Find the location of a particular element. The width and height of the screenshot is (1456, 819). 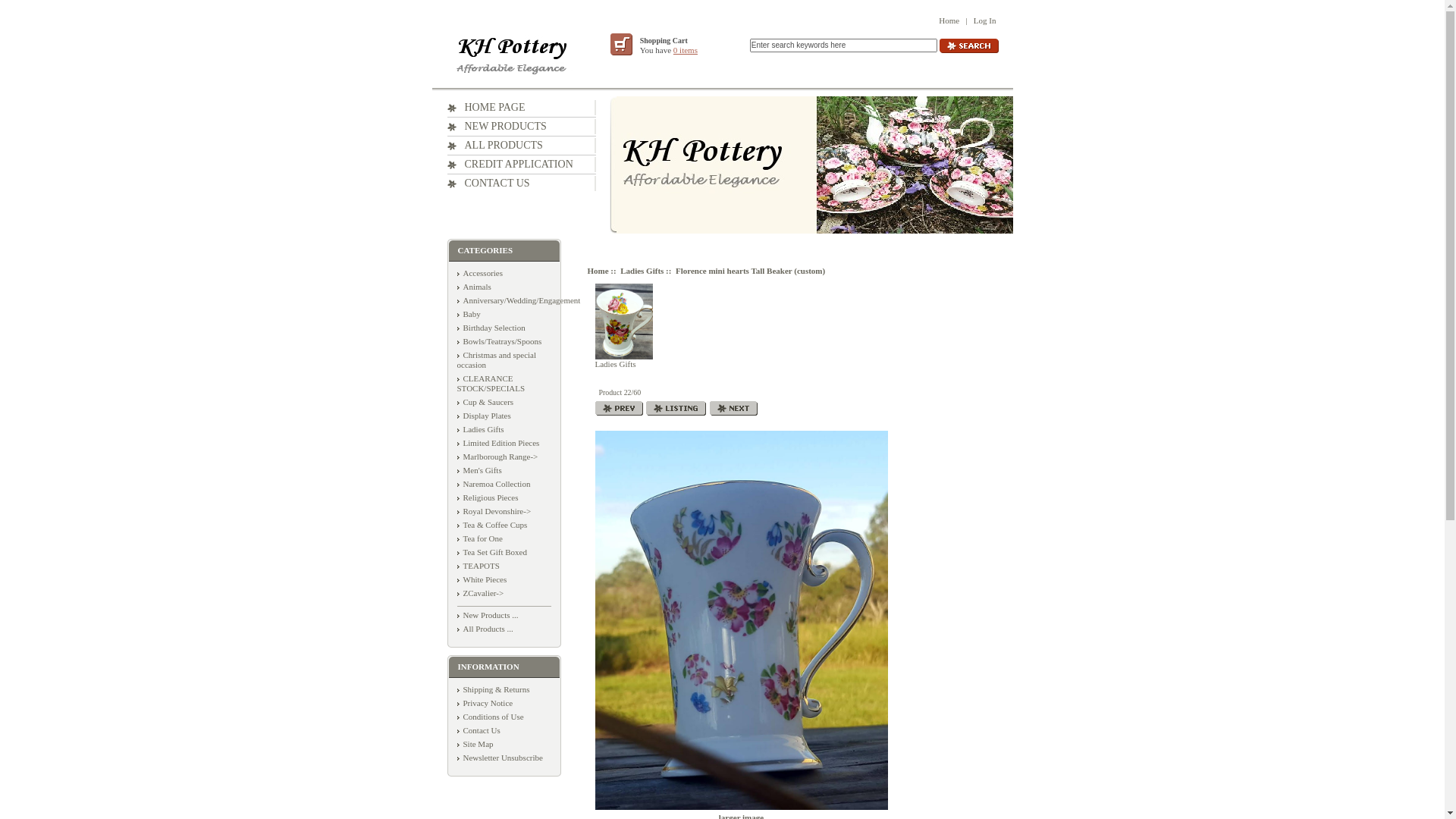

'CONTACT US' is located at coordinates (488, 182).